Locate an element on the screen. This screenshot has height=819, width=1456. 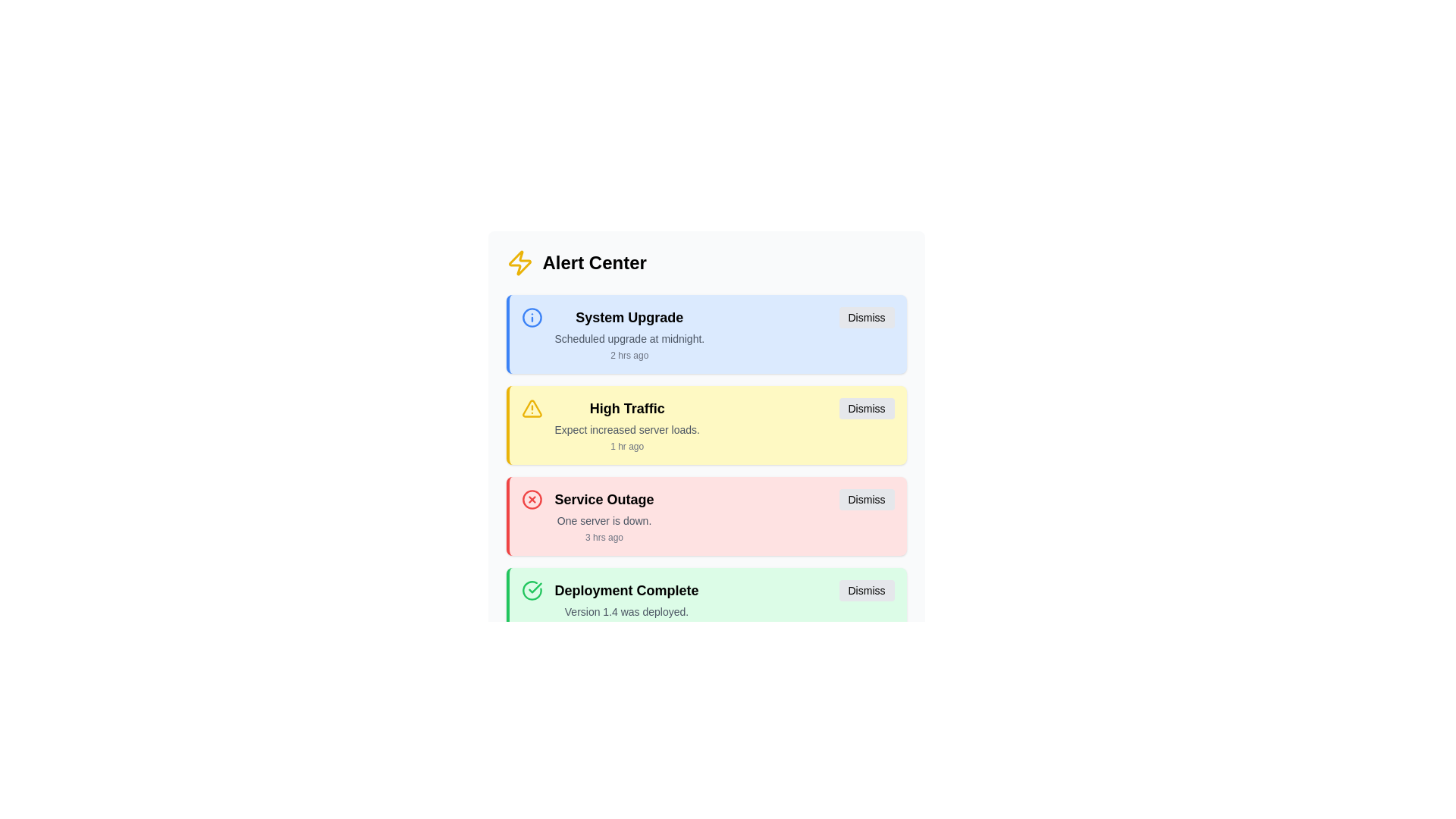
the fourth notification in the list, which informs the user about the completion of a deployment is located at coordinates (705, 607).